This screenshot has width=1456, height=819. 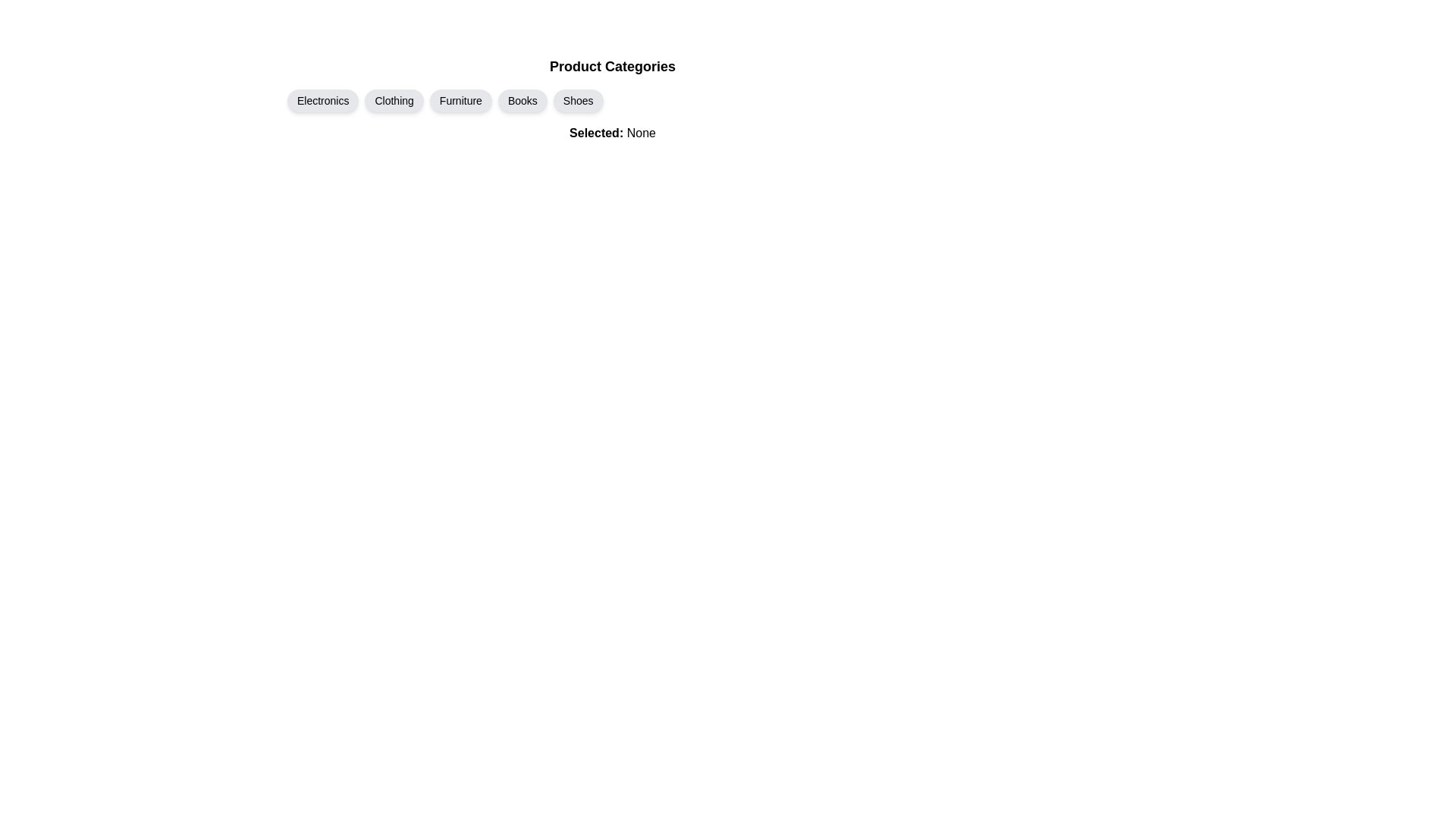 I want to click on the Electronics chip to toggle its selection, so click(x=322, y=100).